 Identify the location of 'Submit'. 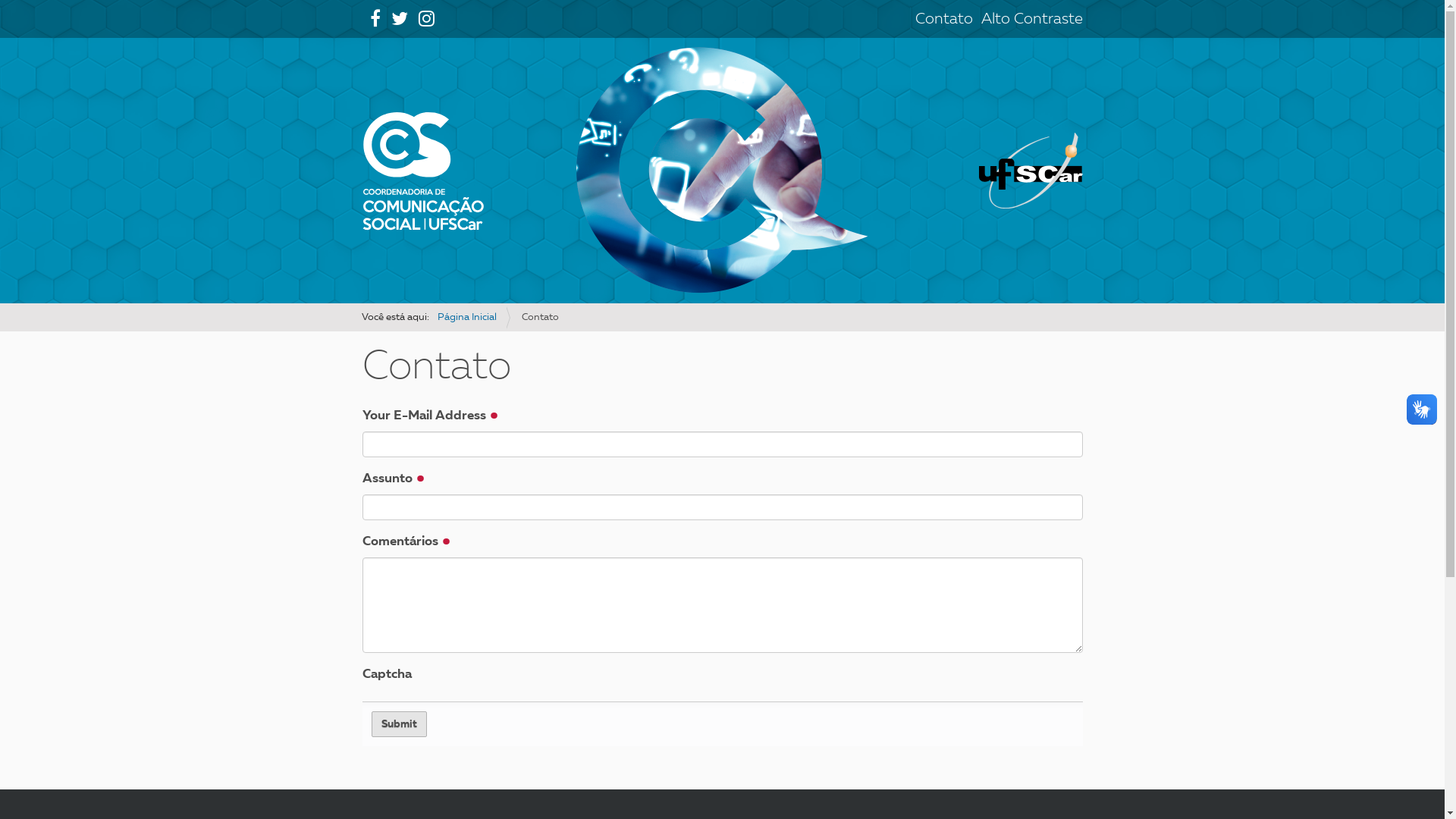
(399, 723).